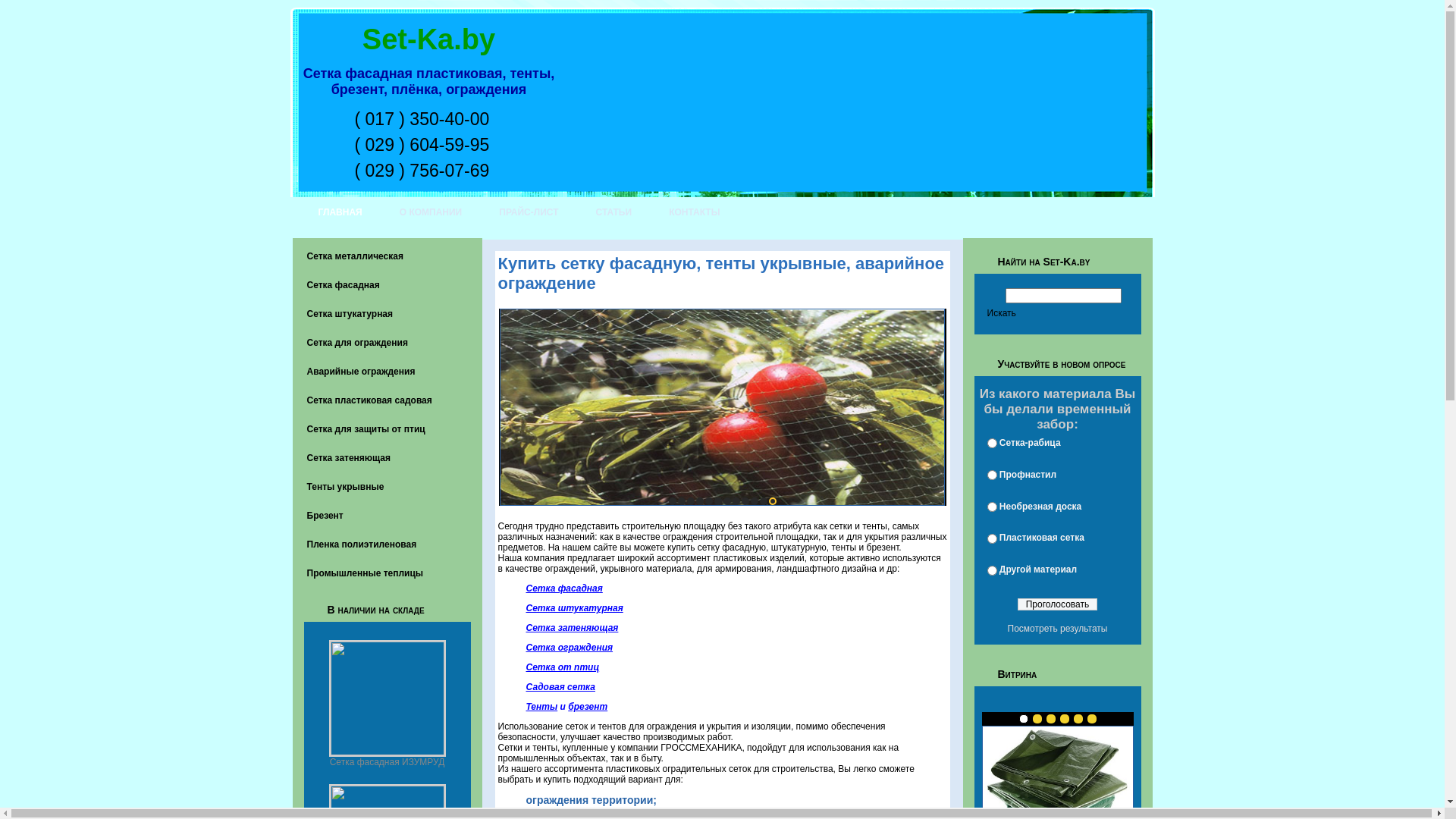  What do you see at coordinates (428, 38) in the screenshot?
I see `'Set-Ka.by'` at bounding box center [428, 38].